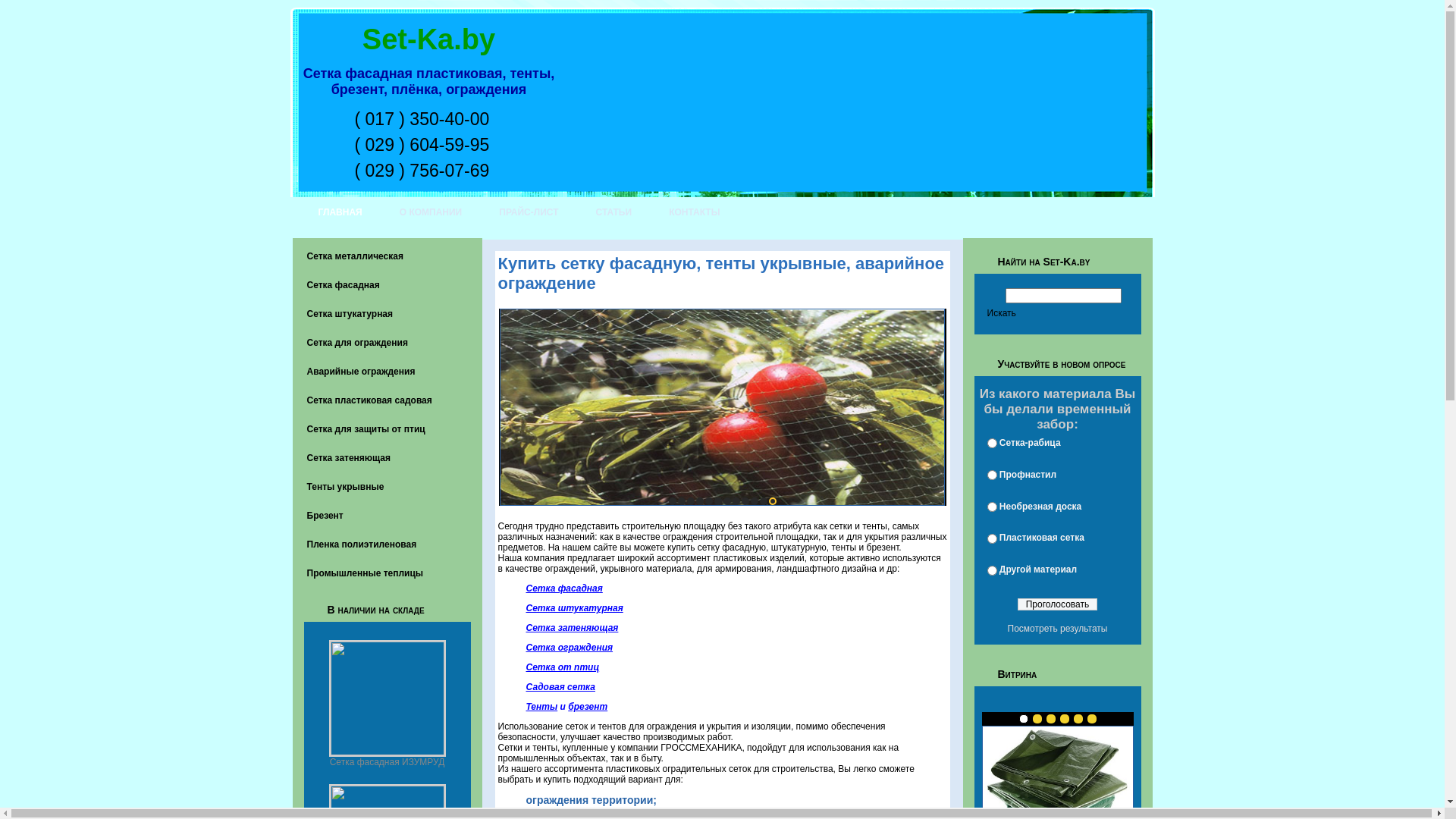  What do you see at coordinates (428, 38) in the screenshot?
I see `'Set-Ka.by'` at bounding box center [428, 38].